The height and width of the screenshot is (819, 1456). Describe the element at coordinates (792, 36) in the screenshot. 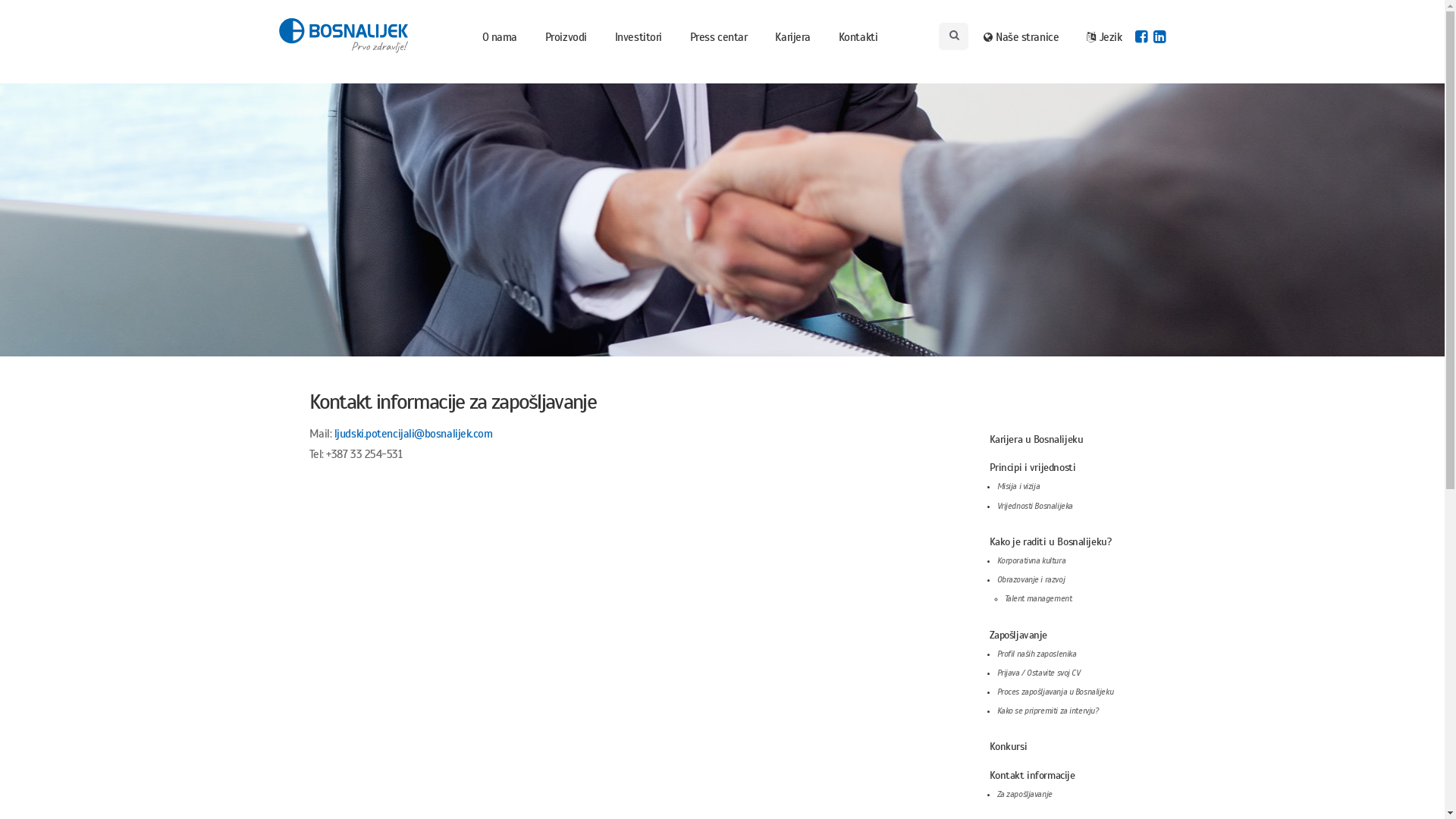

I see `'Karijera'` at that location.